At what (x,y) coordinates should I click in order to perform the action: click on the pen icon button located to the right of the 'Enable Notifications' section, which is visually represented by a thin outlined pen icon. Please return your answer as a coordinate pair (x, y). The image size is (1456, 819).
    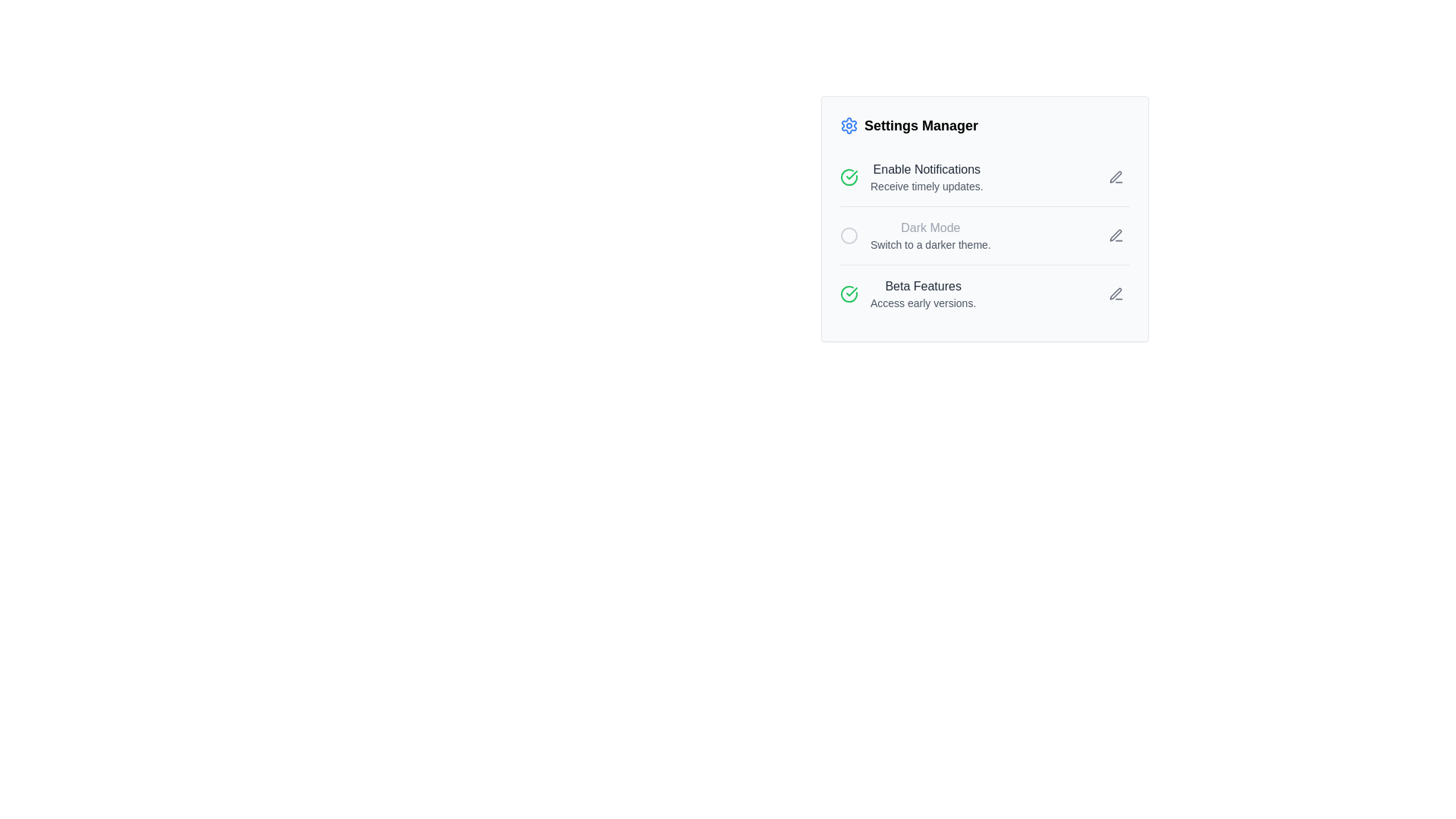
    Looking at the image, I should click on (1116, 177).